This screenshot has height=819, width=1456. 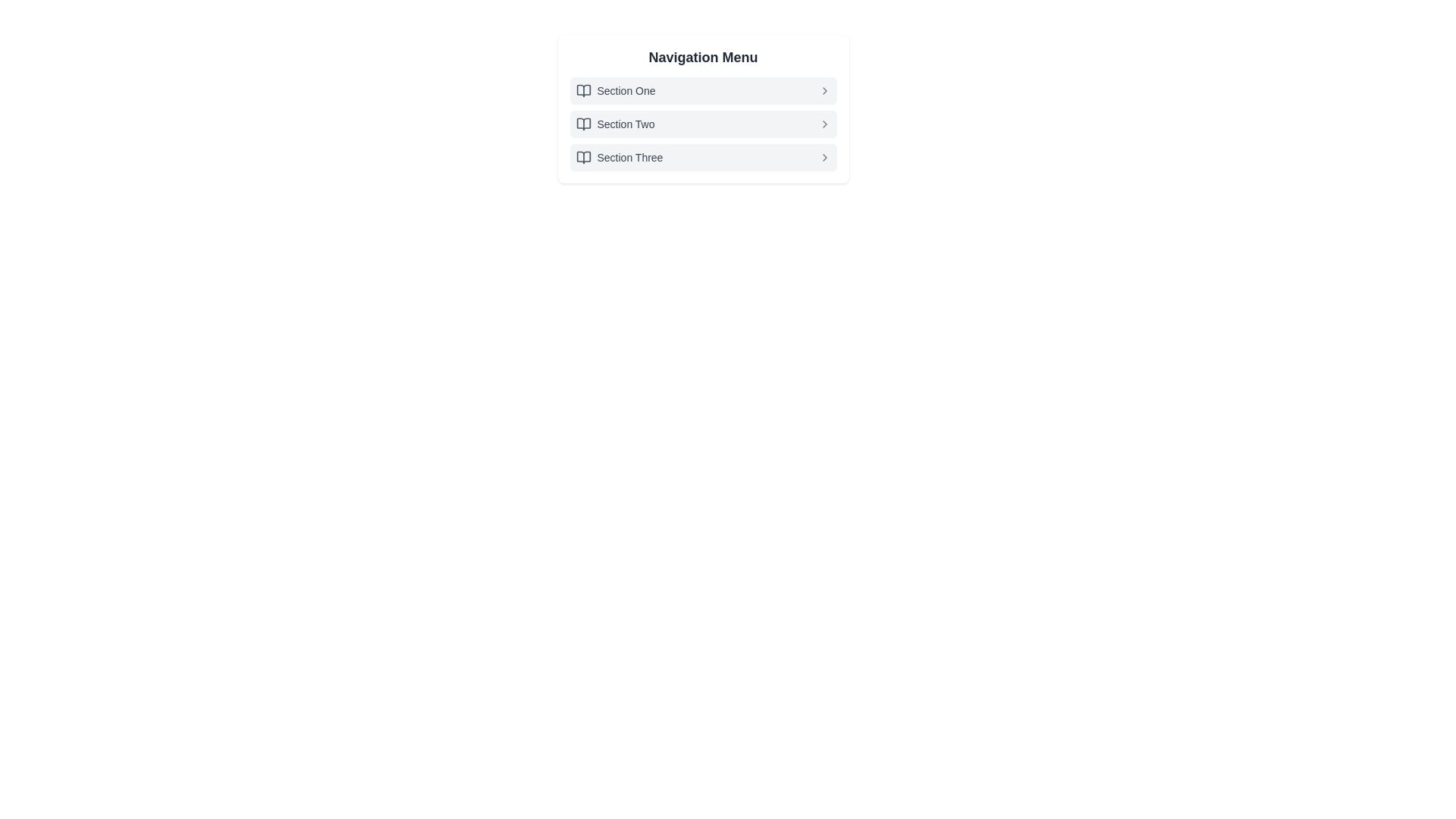 I want to click on the open book icon representing the 'Section Three' option in the navigation menu, so click(x=582, y=158).